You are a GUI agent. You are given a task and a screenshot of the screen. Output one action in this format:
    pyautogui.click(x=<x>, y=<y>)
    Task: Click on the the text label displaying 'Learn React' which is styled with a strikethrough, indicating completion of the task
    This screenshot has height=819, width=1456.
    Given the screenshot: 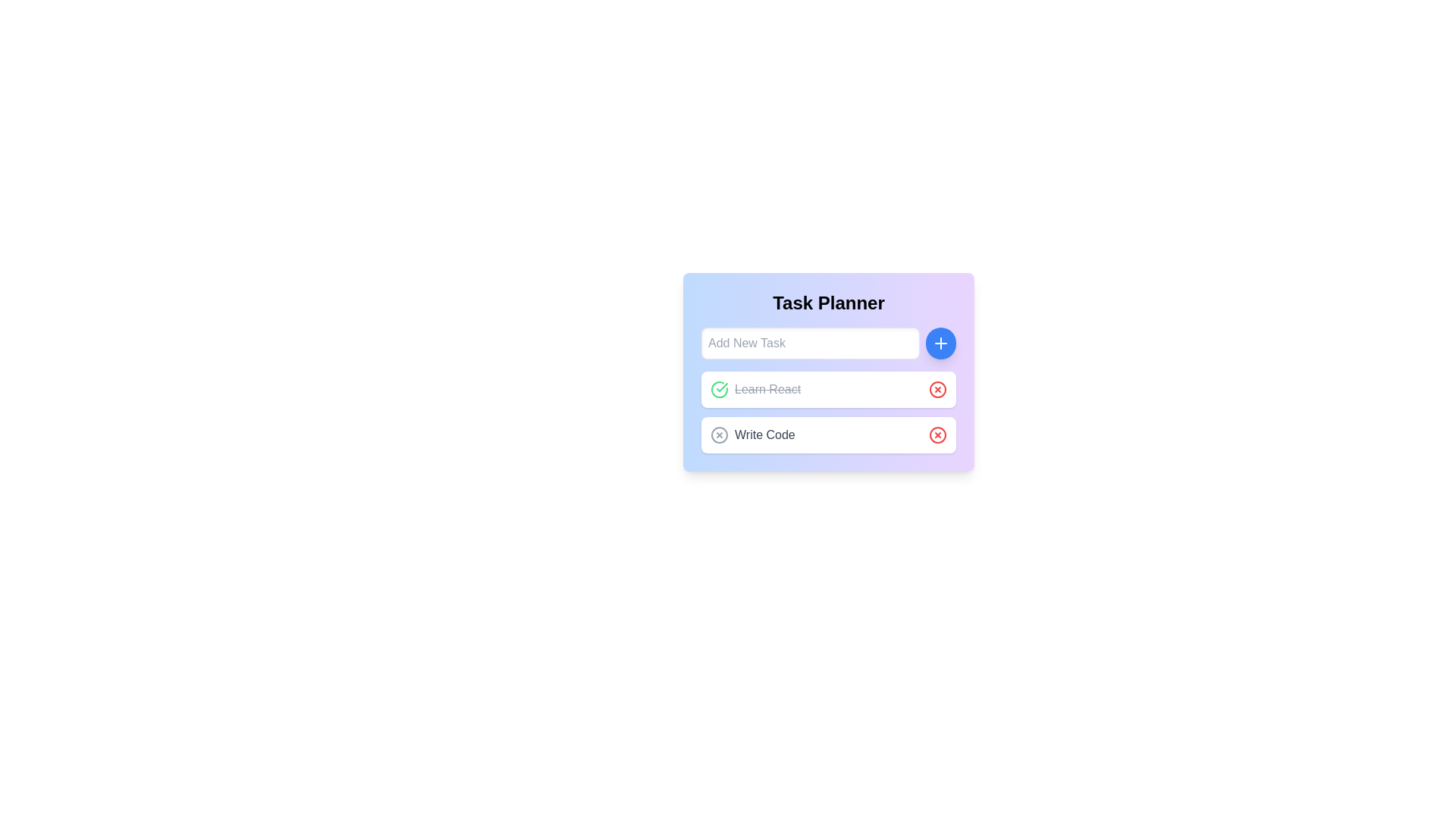 What is the action you would take?
    pyautogui.click(x=767, y=388)
    